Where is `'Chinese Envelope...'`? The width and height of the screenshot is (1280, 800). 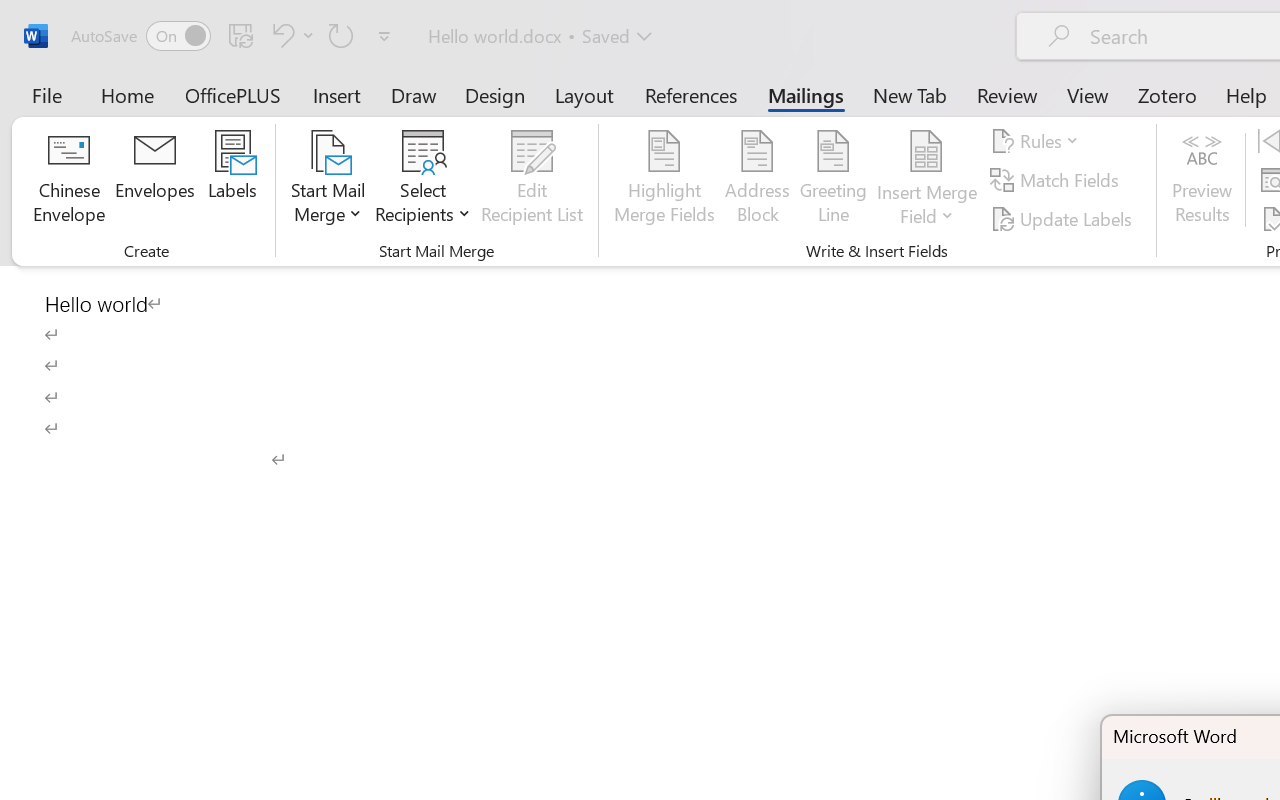
'Chinese Envelope...' is located at coordinates (69, 179).